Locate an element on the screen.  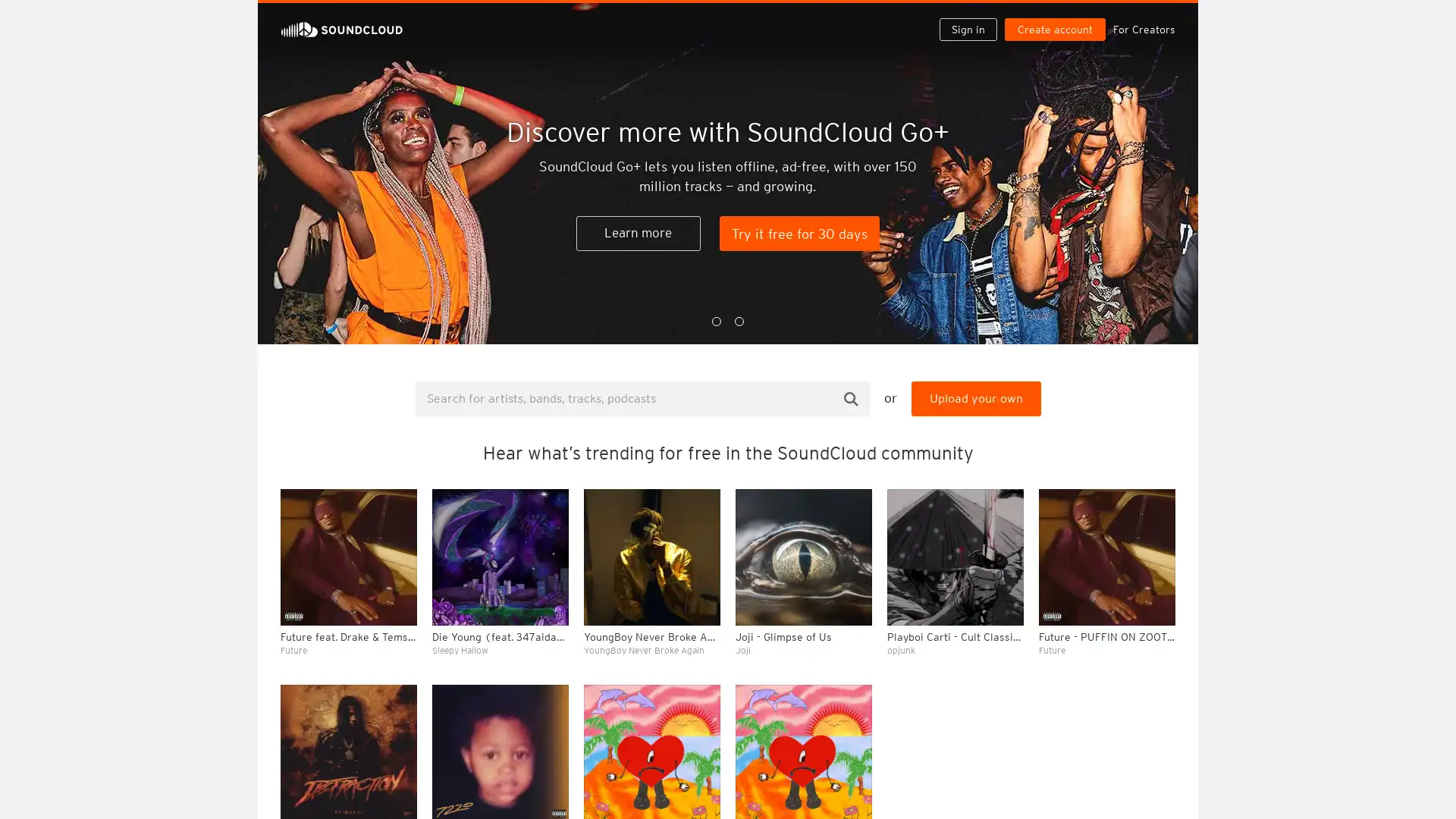
Create a SoundCloud account is located at coordinates (1058, 17).